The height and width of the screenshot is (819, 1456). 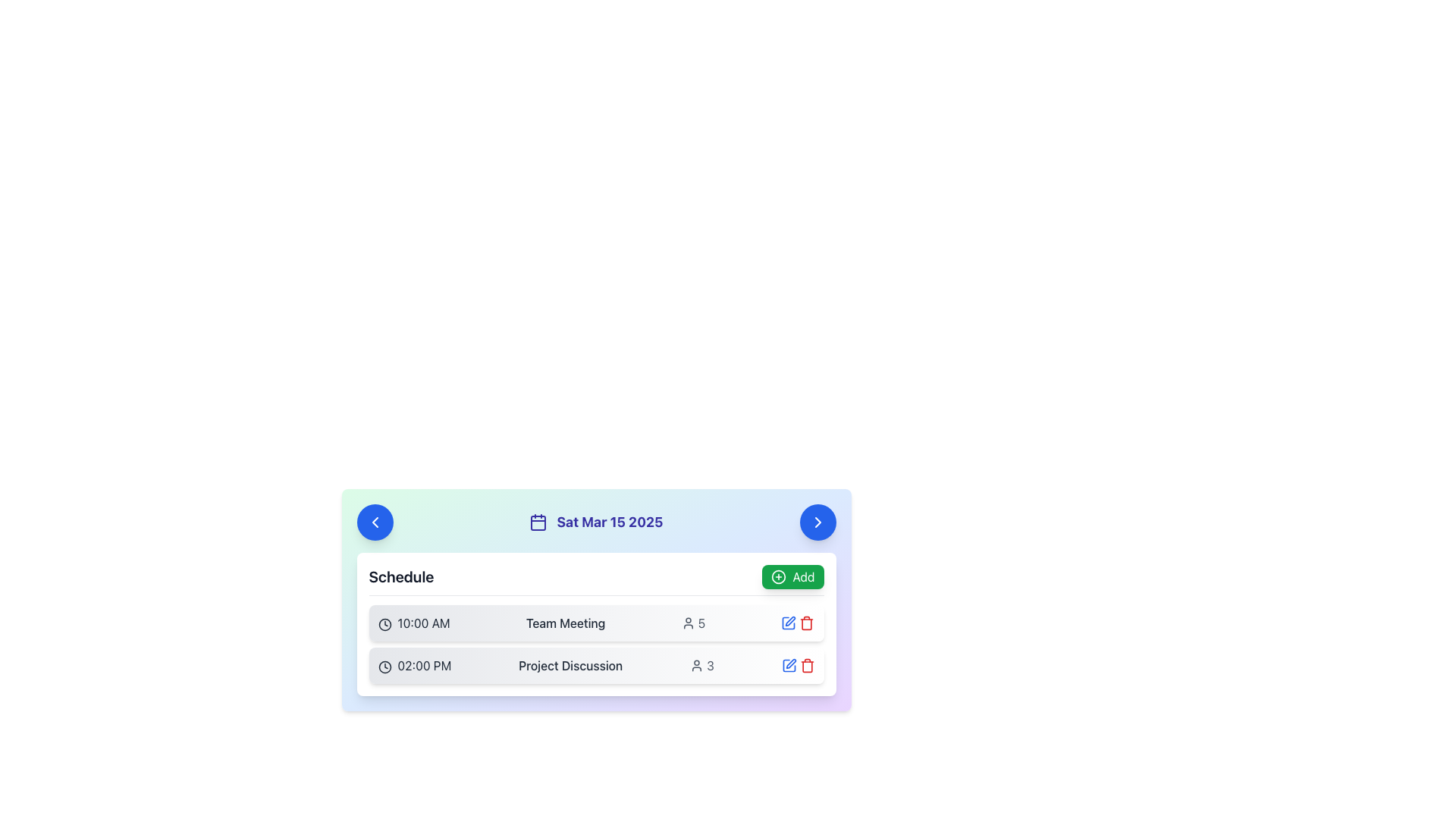 What do you see at coordinates (595, 665) in the screenshot?
I see `the event title 'Project Discussion' in the schedule list` at bounding box center [595, 665].